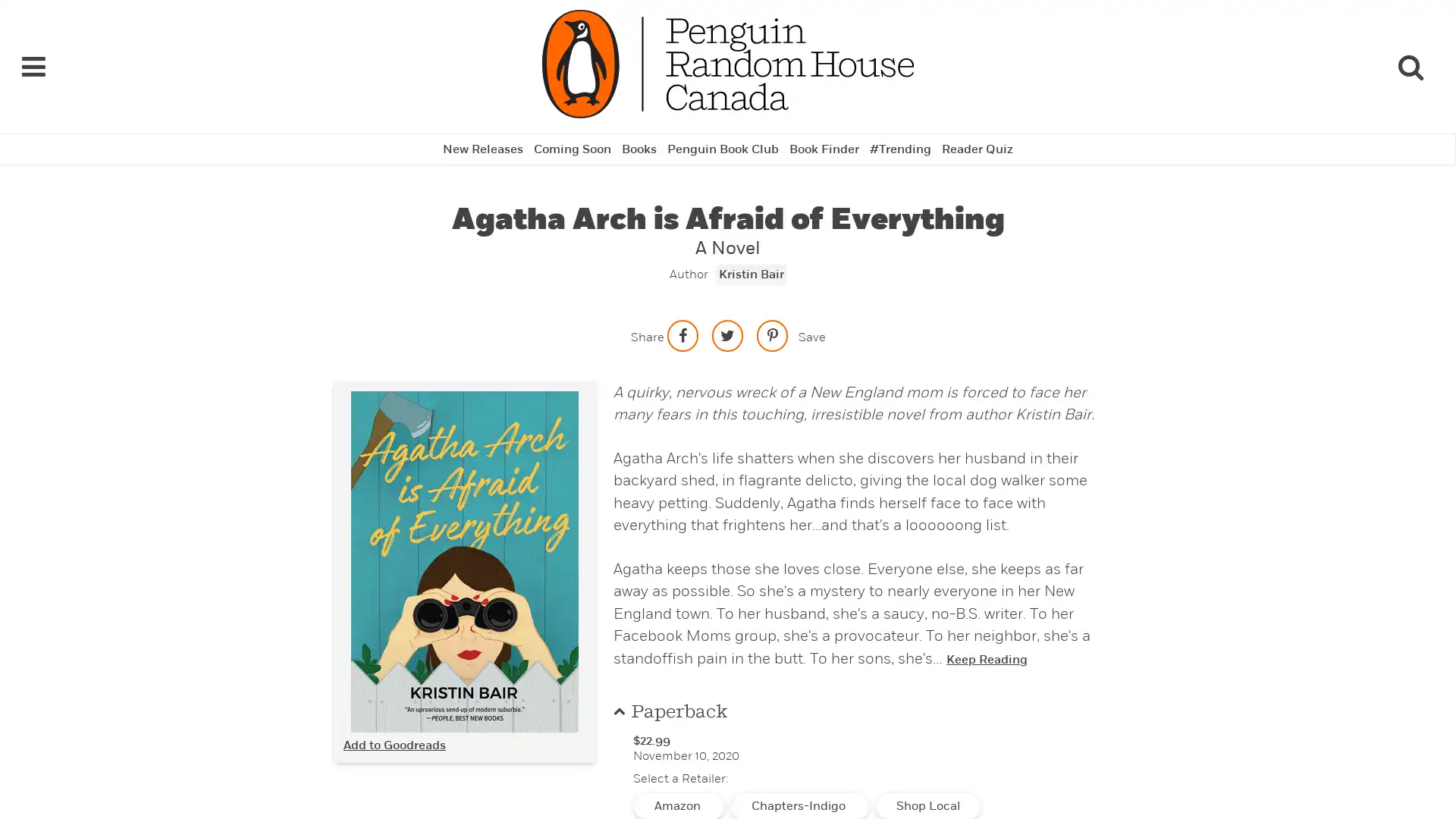  Describe the element at coordinates (863, 660) in the screenshot. I see `Paperback` at that location.